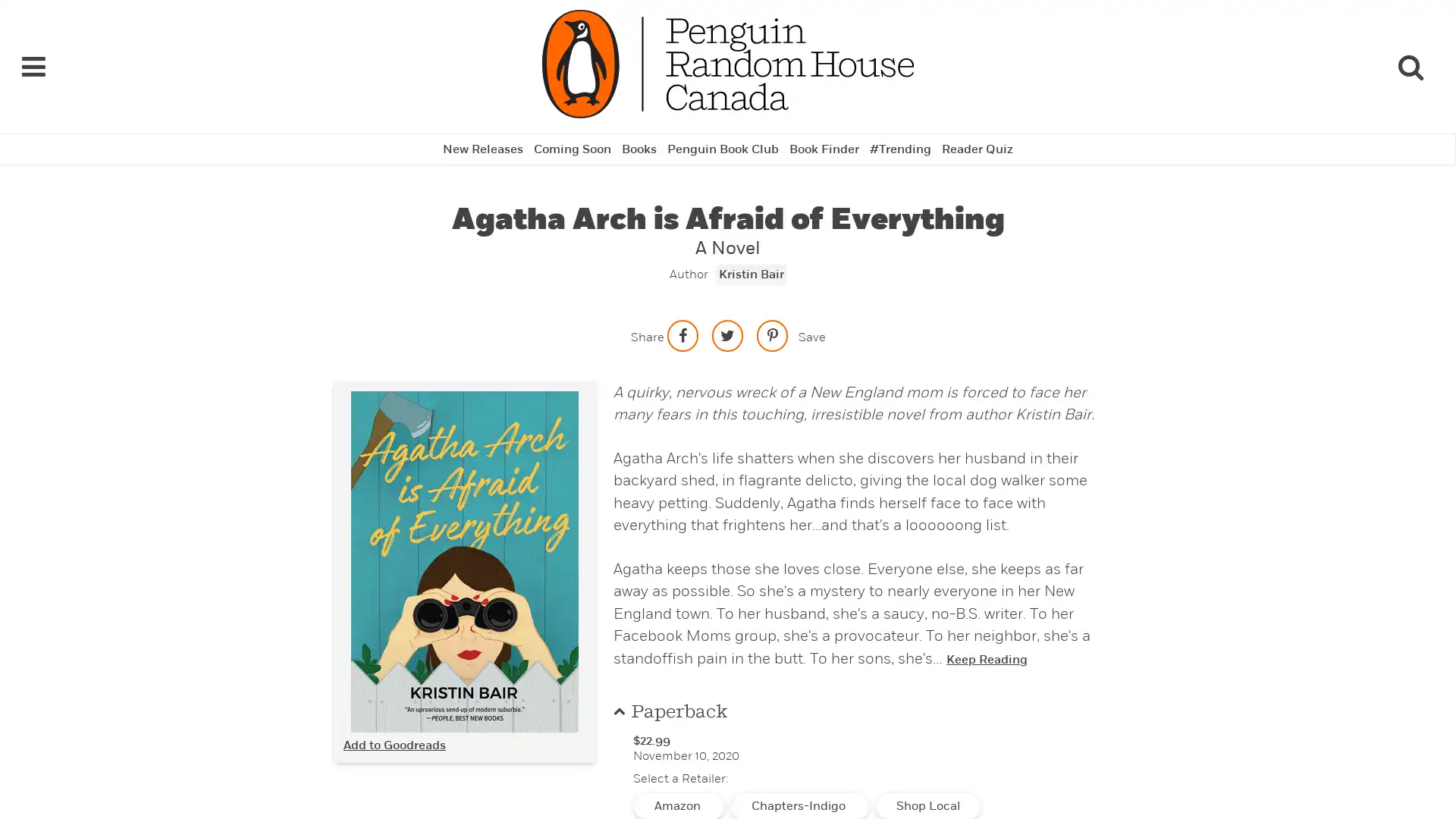  Describe the element at coordinates (863, 660) in the screenshot. I see `Paperback` at that location.